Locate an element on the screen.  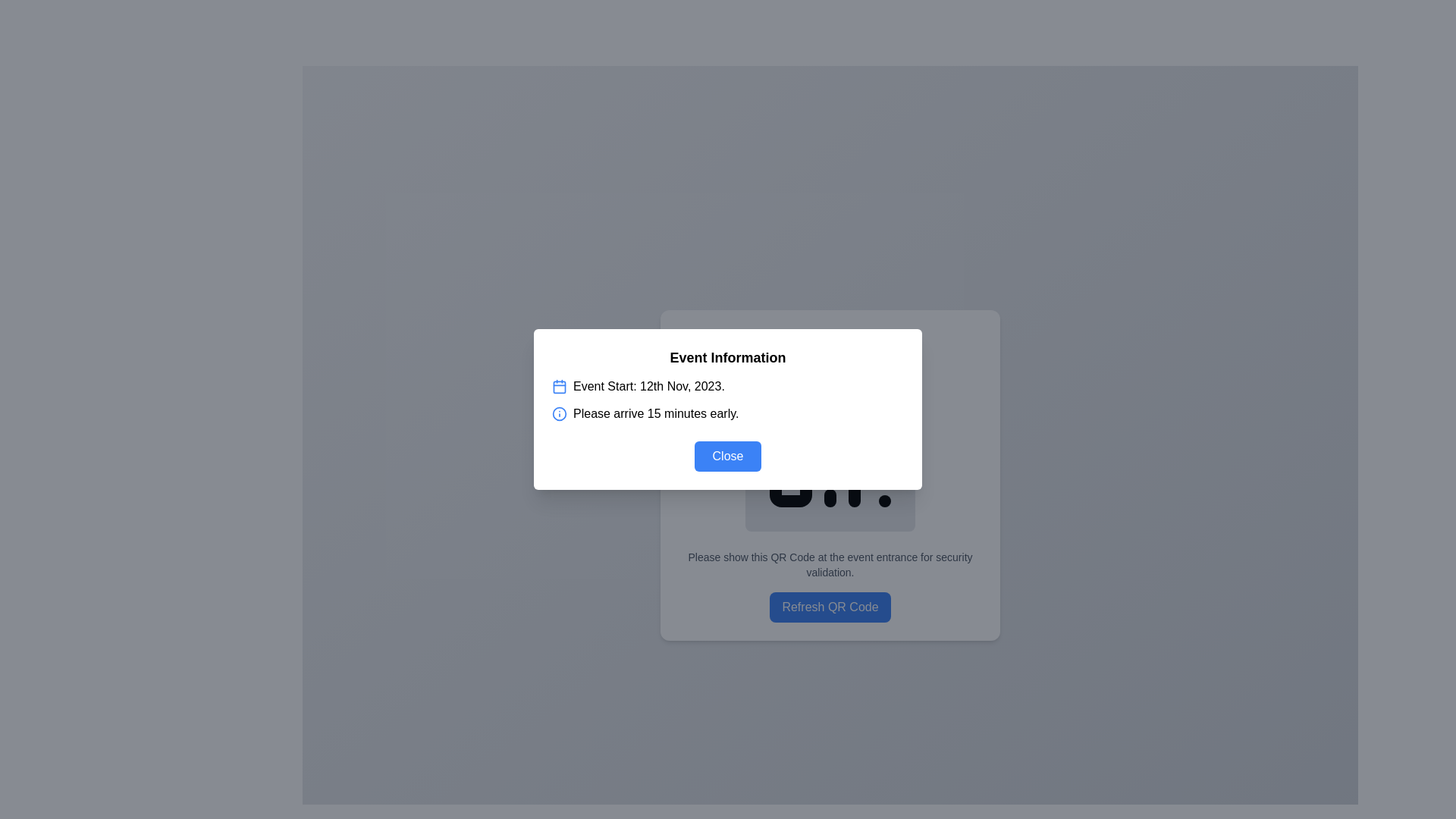
informational text component about arriving early for the event, located centrally in the 'Event Information' modal, positioned below the event start date and above the close button is located at coordinates (728, 414).